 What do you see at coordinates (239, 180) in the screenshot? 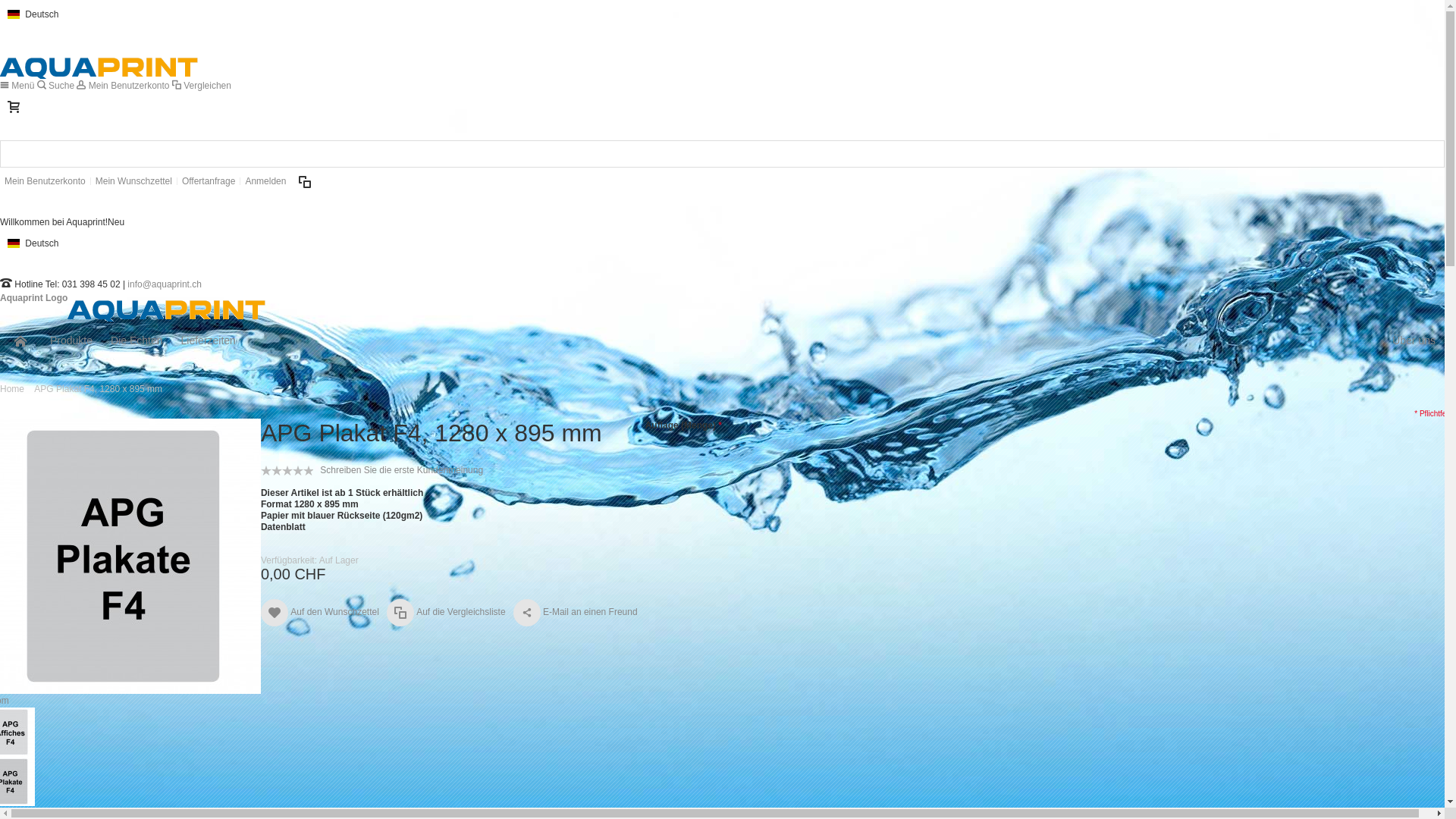
I see `'Anmelden'` at bounding box center [239, 180].